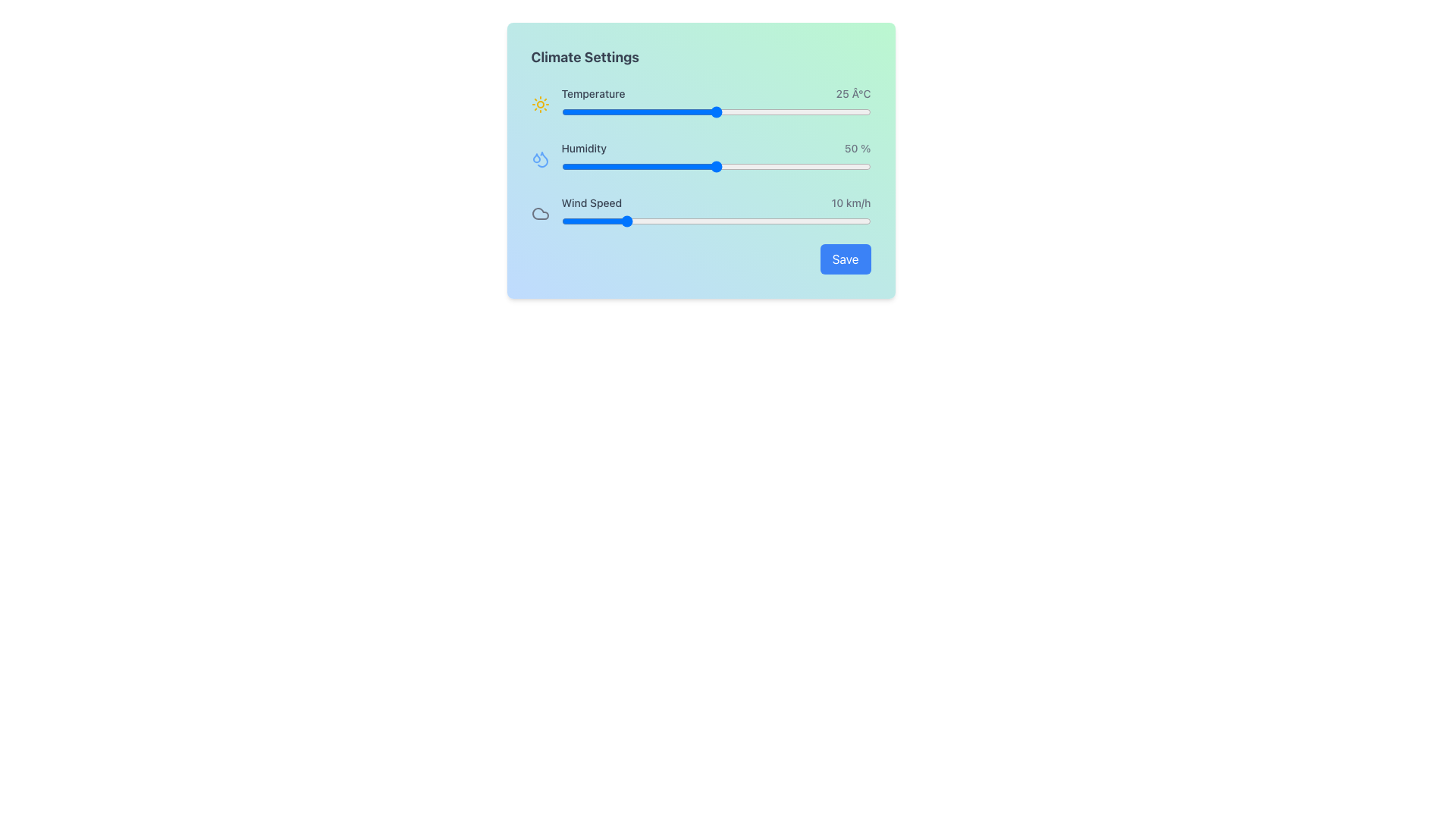 The height and width of the screenshot is (819, 1456). I want to click on the humidity, so click(703, 166).